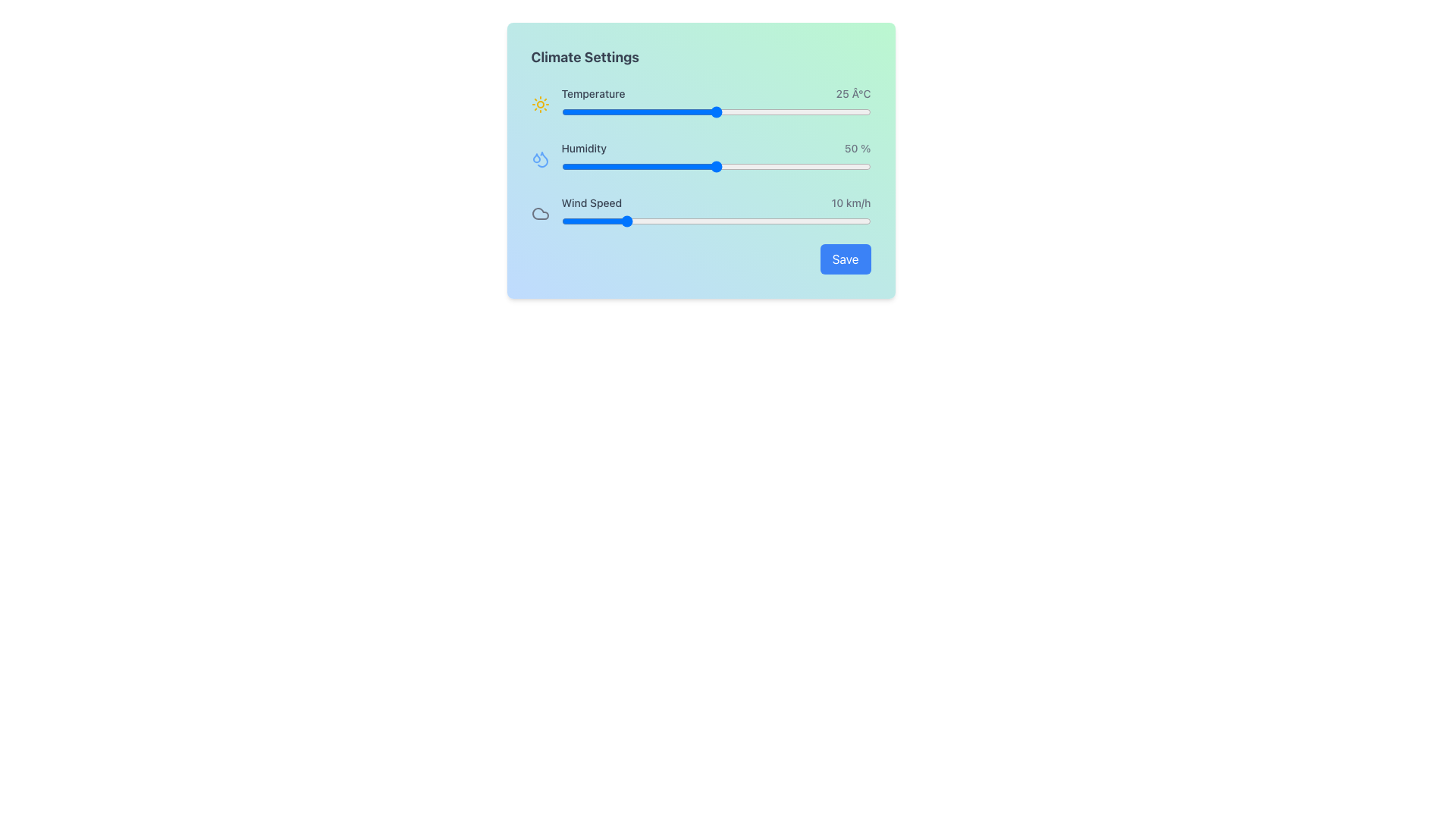 The height and width of the screenshot is (819, 1456). I want to click on the humidity, so click(703, 166).